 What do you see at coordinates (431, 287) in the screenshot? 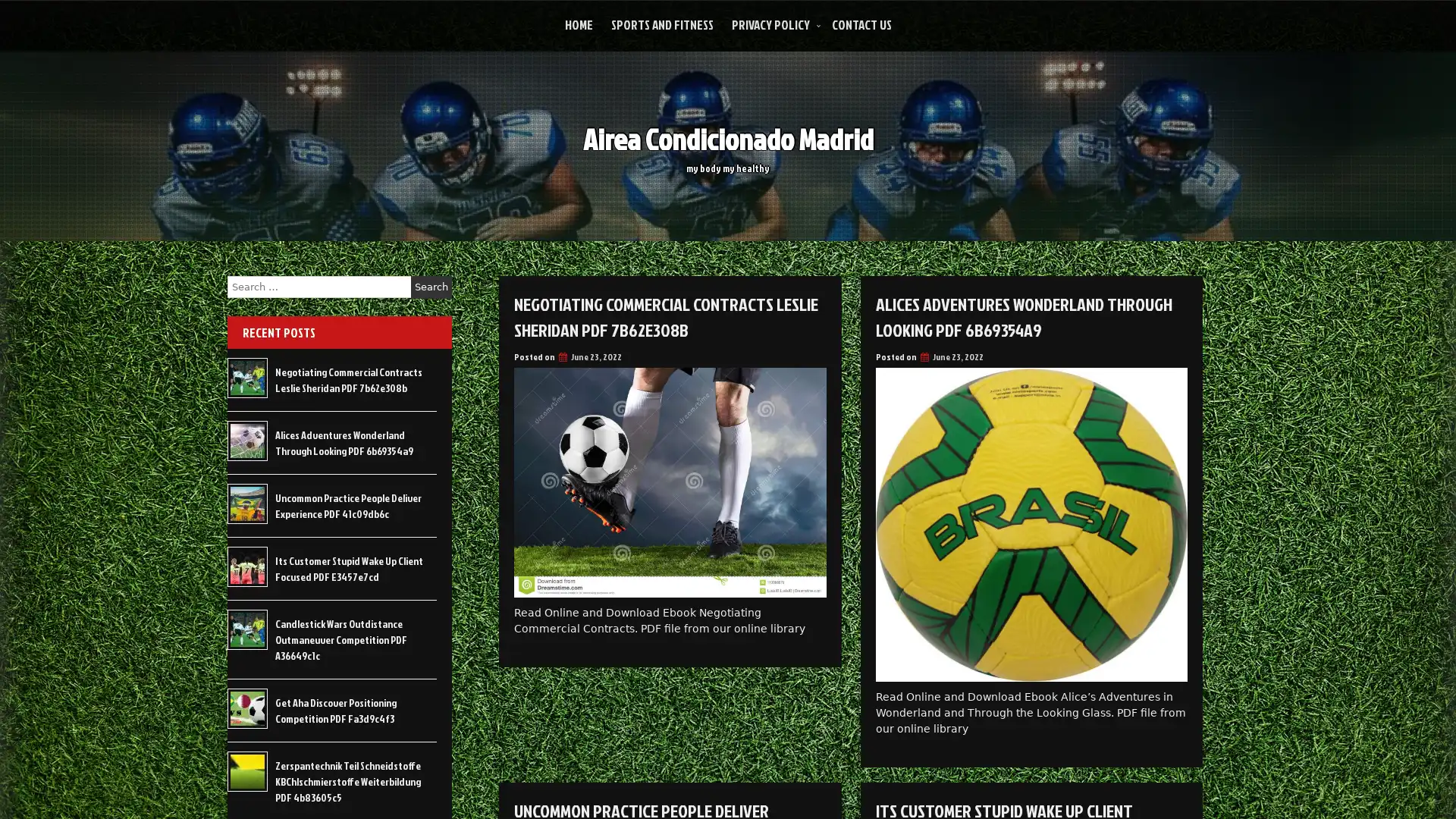
I see `Search` at bounding box center [431, 287].